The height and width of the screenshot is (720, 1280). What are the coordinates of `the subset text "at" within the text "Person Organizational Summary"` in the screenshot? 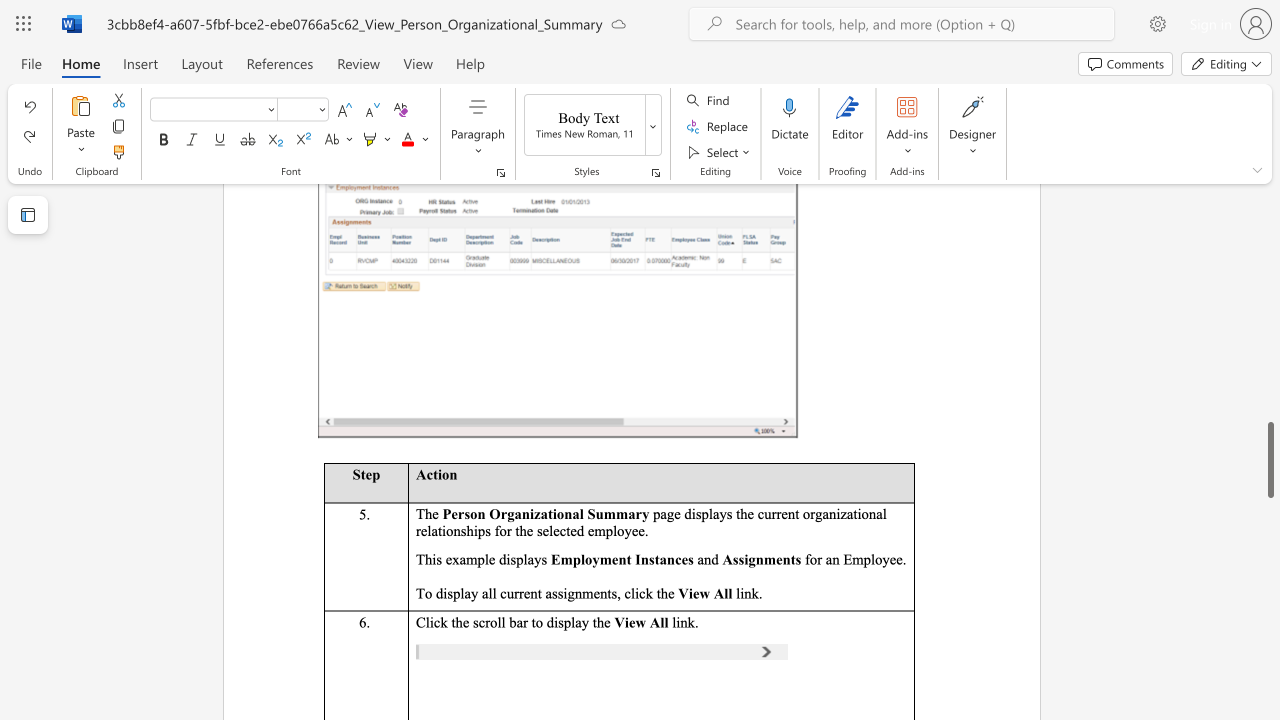 It's located at (540, 512).